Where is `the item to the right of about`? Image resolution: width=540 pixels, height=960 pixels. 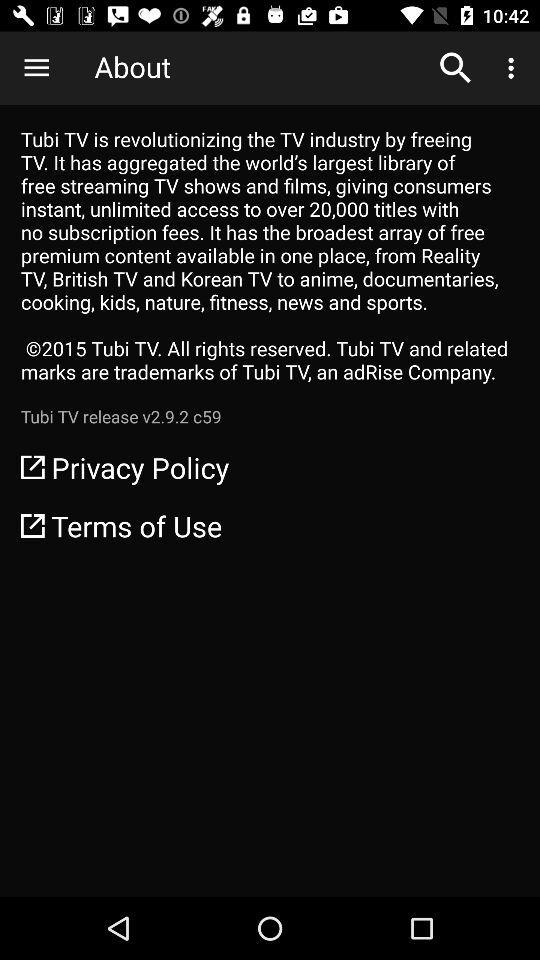
the item to the right of about is located at coordinates (455, 68).